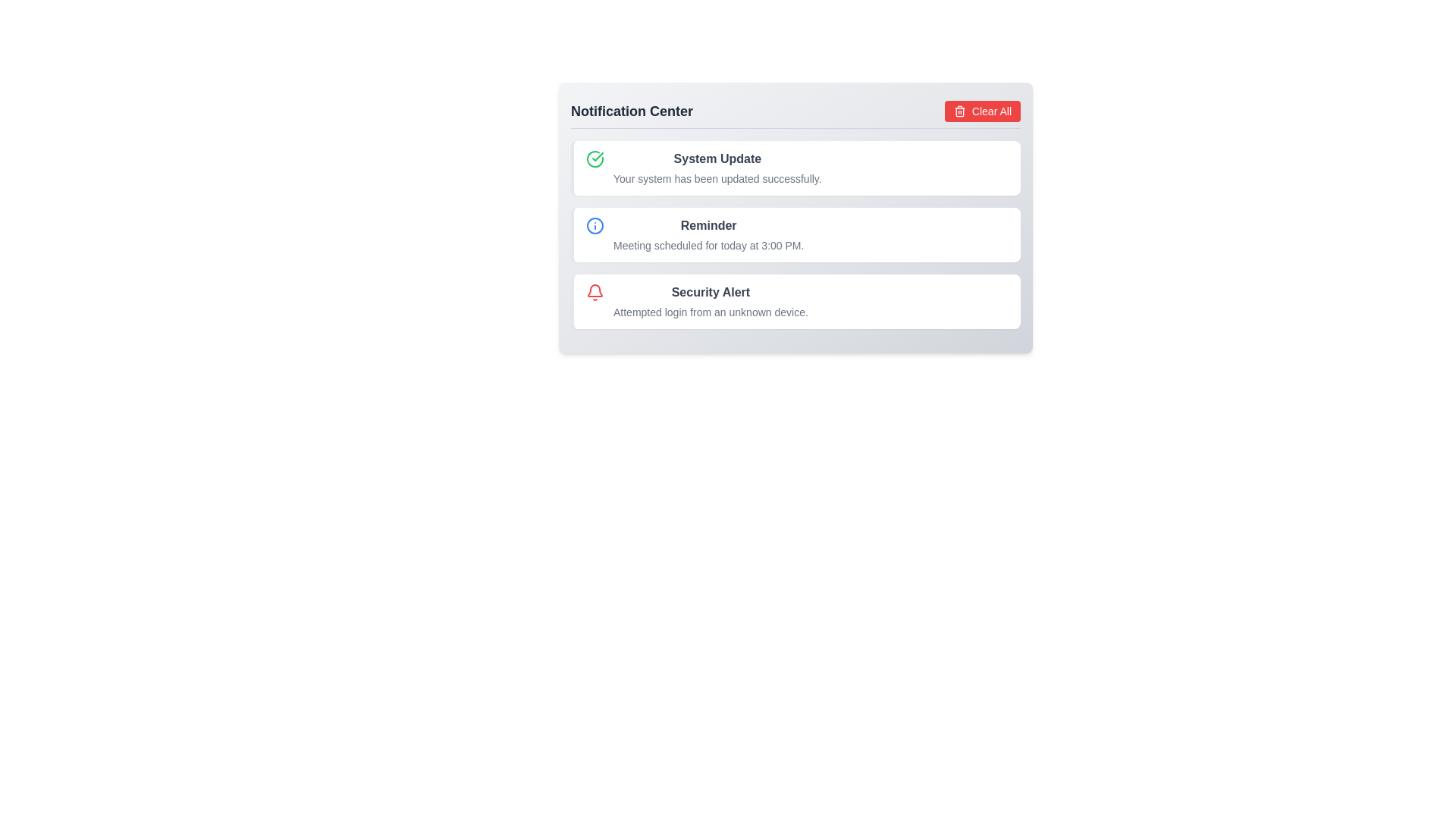  I want to click on the 'Clear All Notifications' button located in the upper-right corner of the Notification Center bar by moving the cursor to its center point, so click(983, 110).